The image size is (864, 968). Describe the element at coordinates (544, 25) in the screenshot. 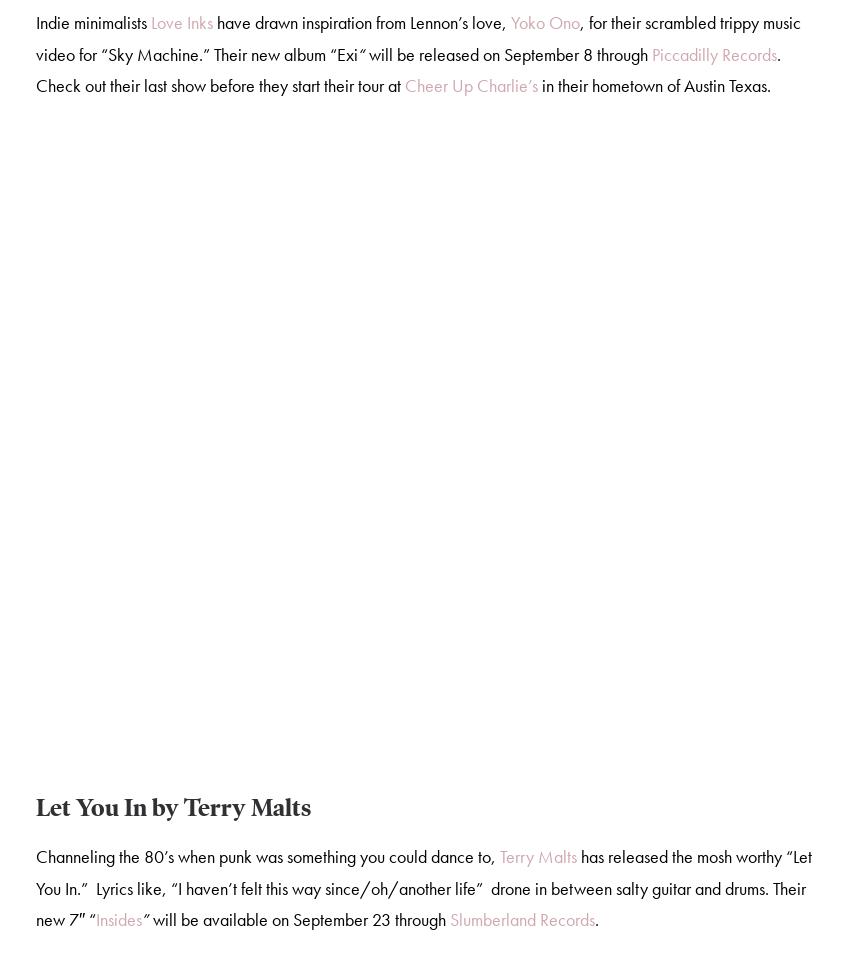

I see `'Yoko Ono'` at that location.